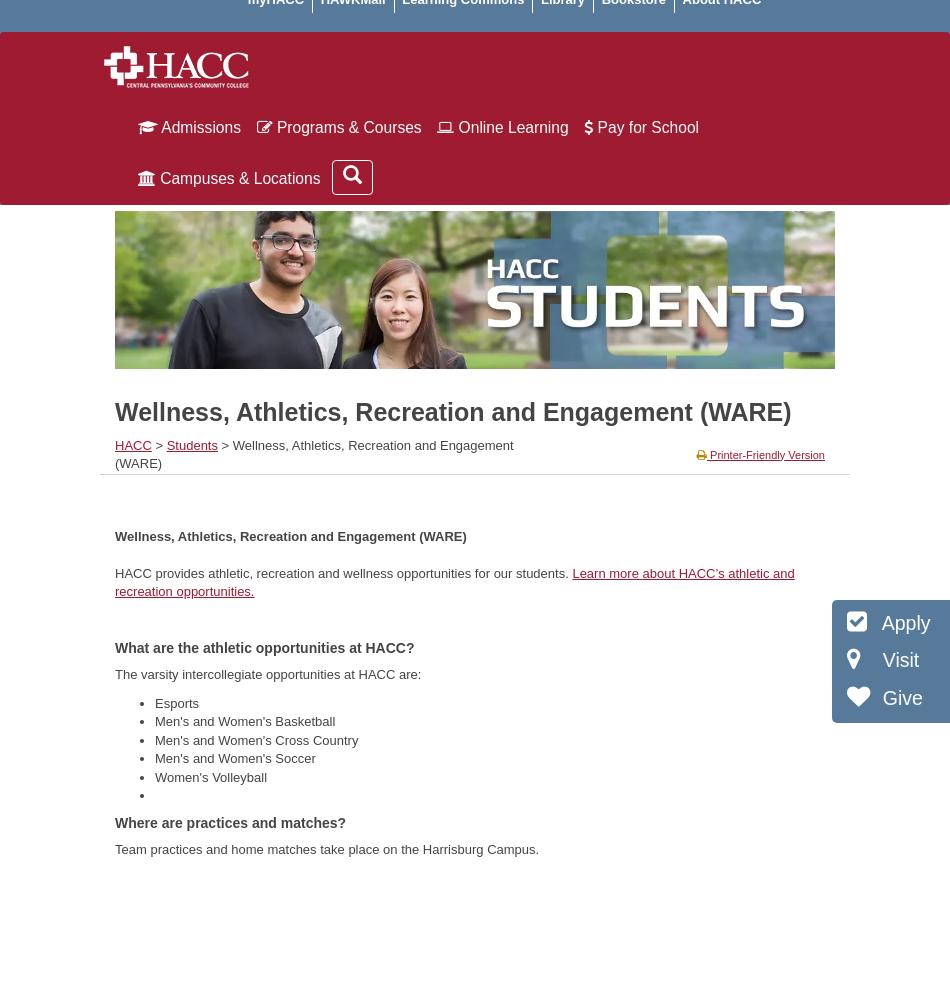 The width and height of the screenshot is (950, 1000). I want to click on 'Team practices and home matches take place on the Harrisburg Campus.', so click(325, 848).